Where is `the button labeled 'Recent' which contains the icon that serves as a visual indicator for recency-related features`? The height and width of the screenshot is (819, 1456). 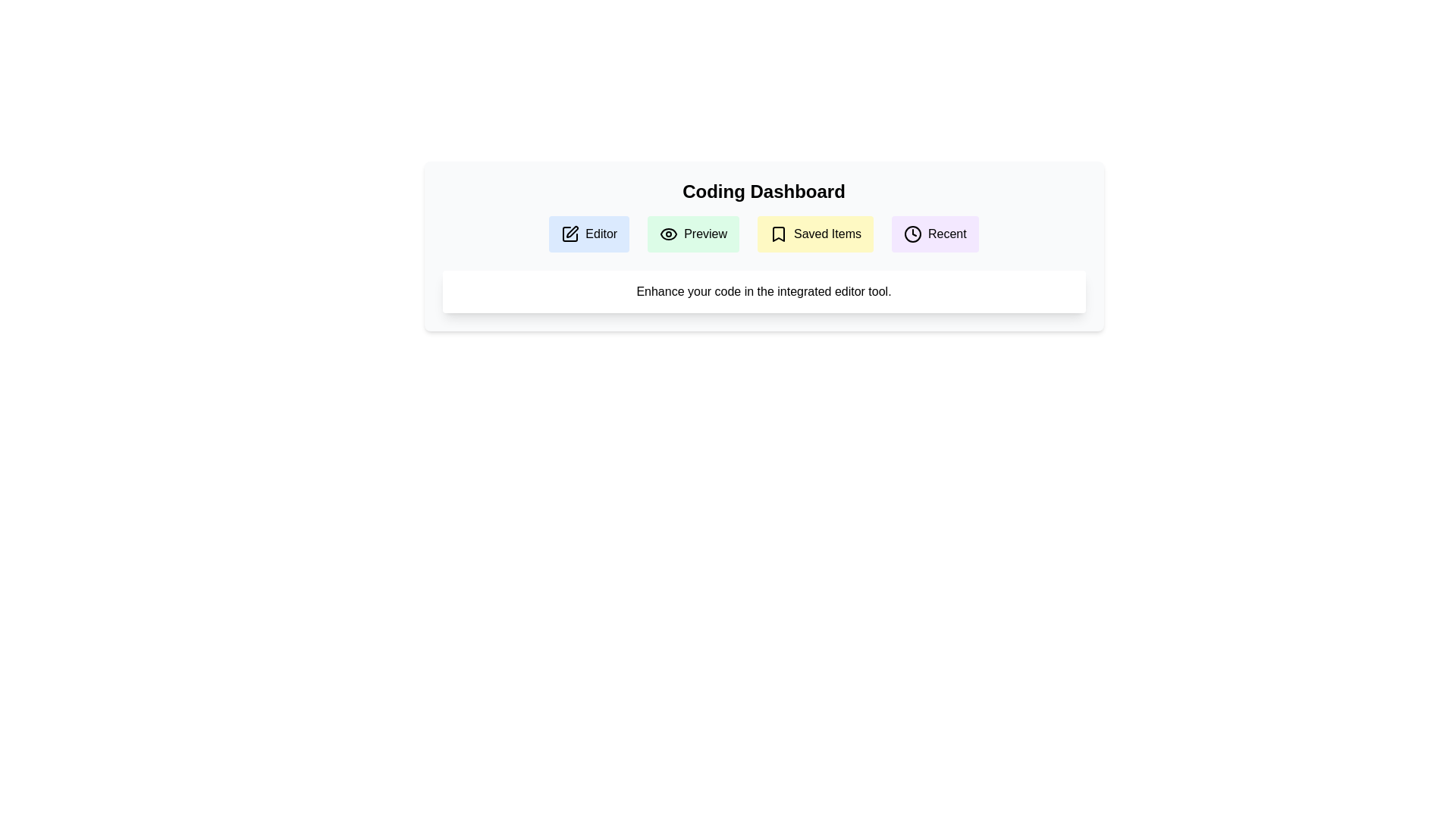 the button labeled 'Recent' which contains the icon that serves as a visual indicator for recency-related features is located at coordinates (912, 234).